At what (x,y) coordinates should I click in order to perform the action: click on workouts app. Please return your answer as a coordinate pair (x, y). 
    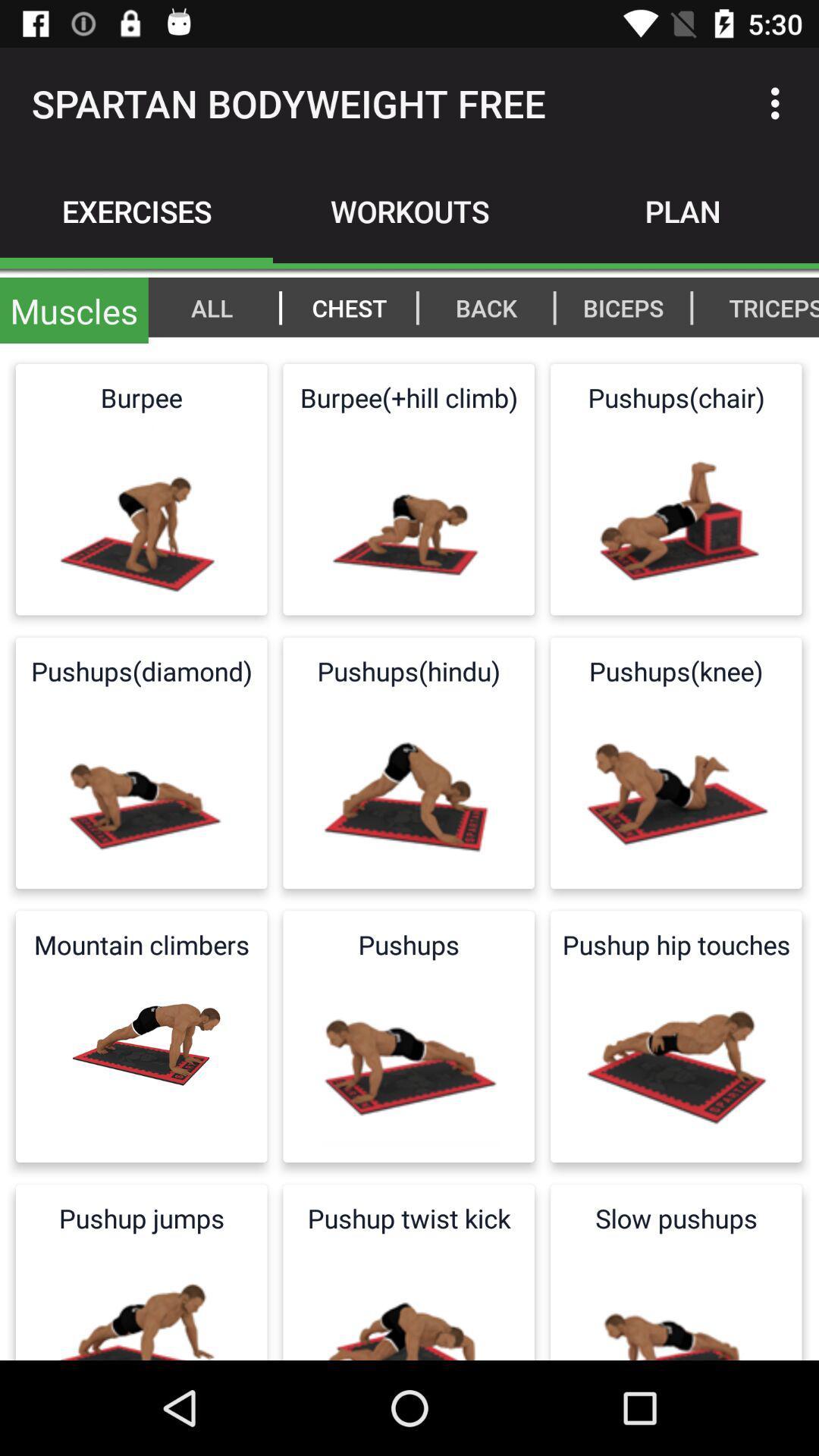
    Looking at the image, I should click on (409, 210).